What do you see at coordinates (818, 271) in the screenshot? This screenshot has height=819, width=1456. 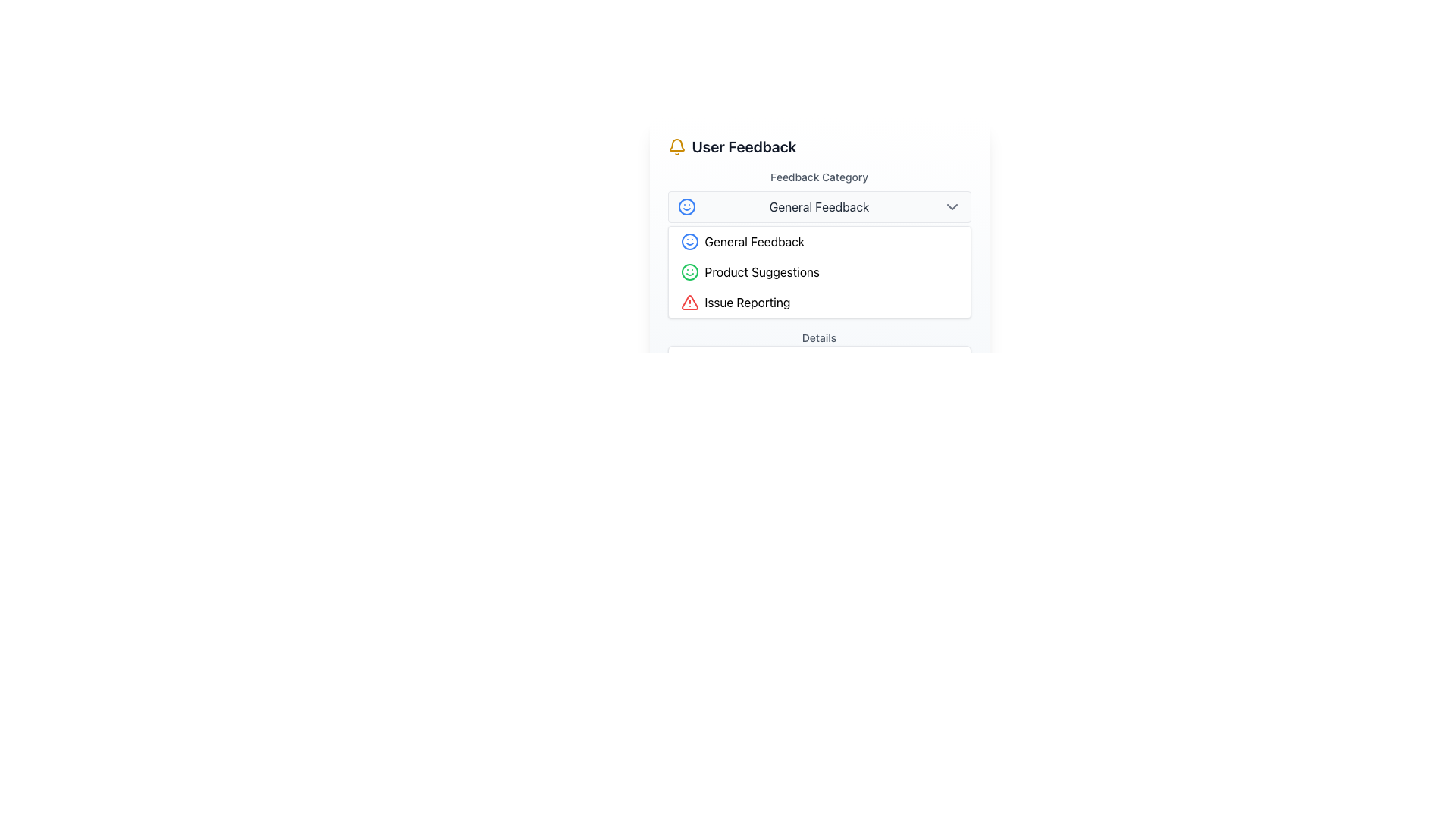 I see `an option from the dropdown list located below the 'Feedback Category' label in the 'User Feedback' form` at bounding box center [818, 271].